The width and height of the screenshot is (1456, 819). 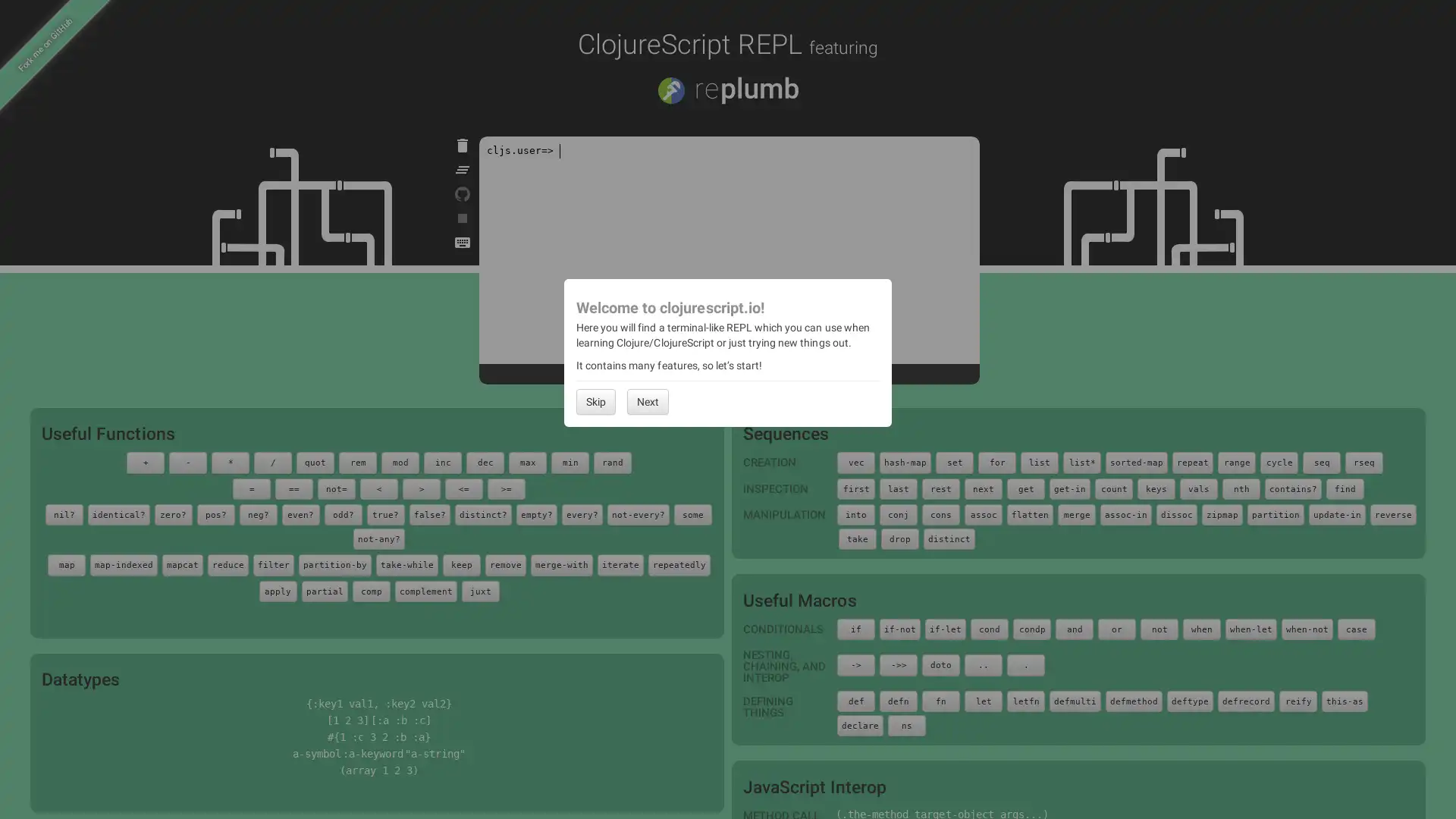 What do you see at coordinates (855, 629) in the screenshot?
I see `if` at bounding box center [855, 629].